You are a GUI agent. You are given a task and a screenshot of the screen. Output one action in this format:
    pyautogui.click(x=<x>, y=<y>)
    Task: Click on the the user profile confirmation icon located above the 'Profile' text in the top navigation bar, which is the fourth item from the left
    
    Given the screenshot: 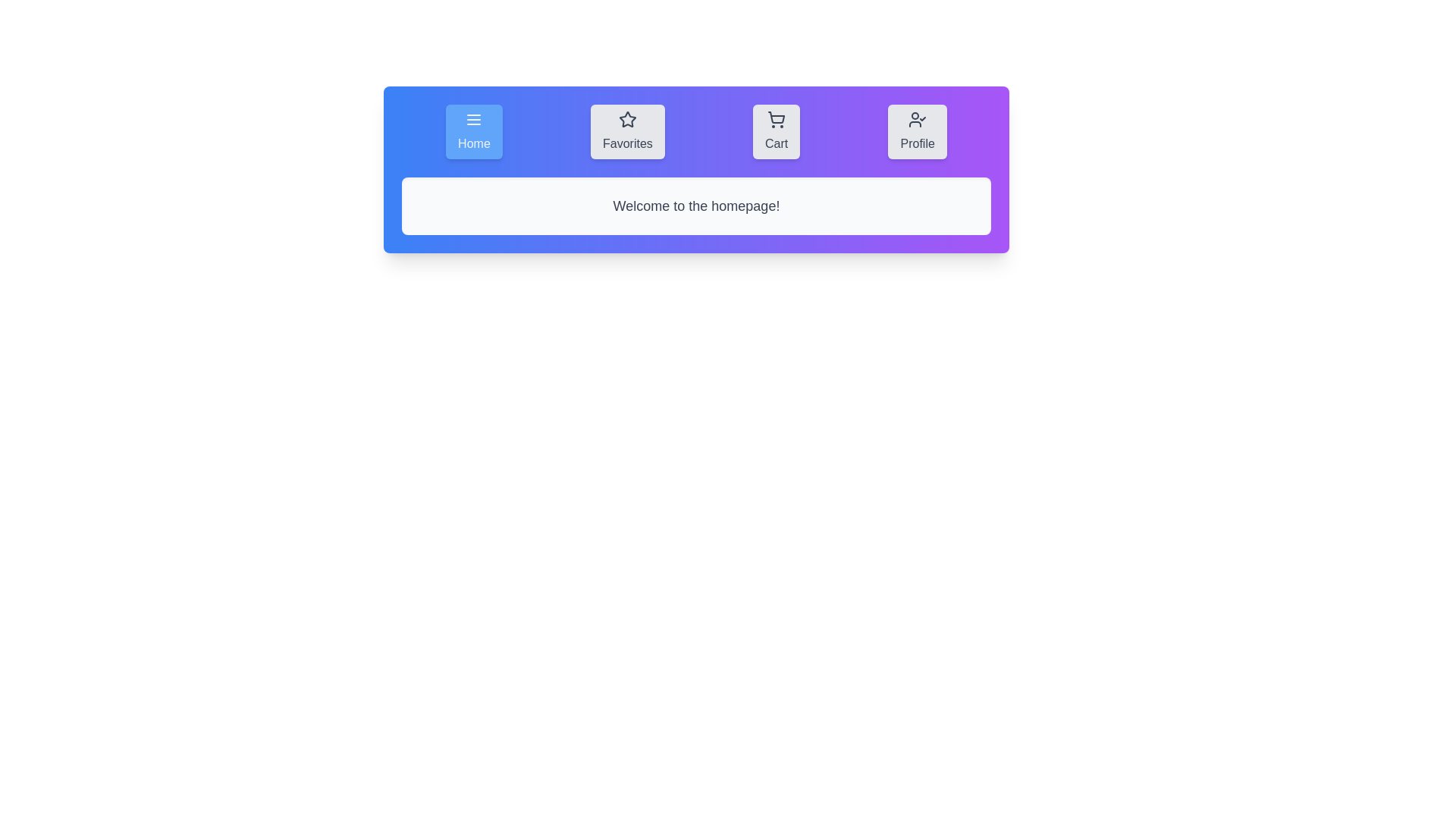 What is the action you would take?
    pyautogui.click(x=917, y=119)
    